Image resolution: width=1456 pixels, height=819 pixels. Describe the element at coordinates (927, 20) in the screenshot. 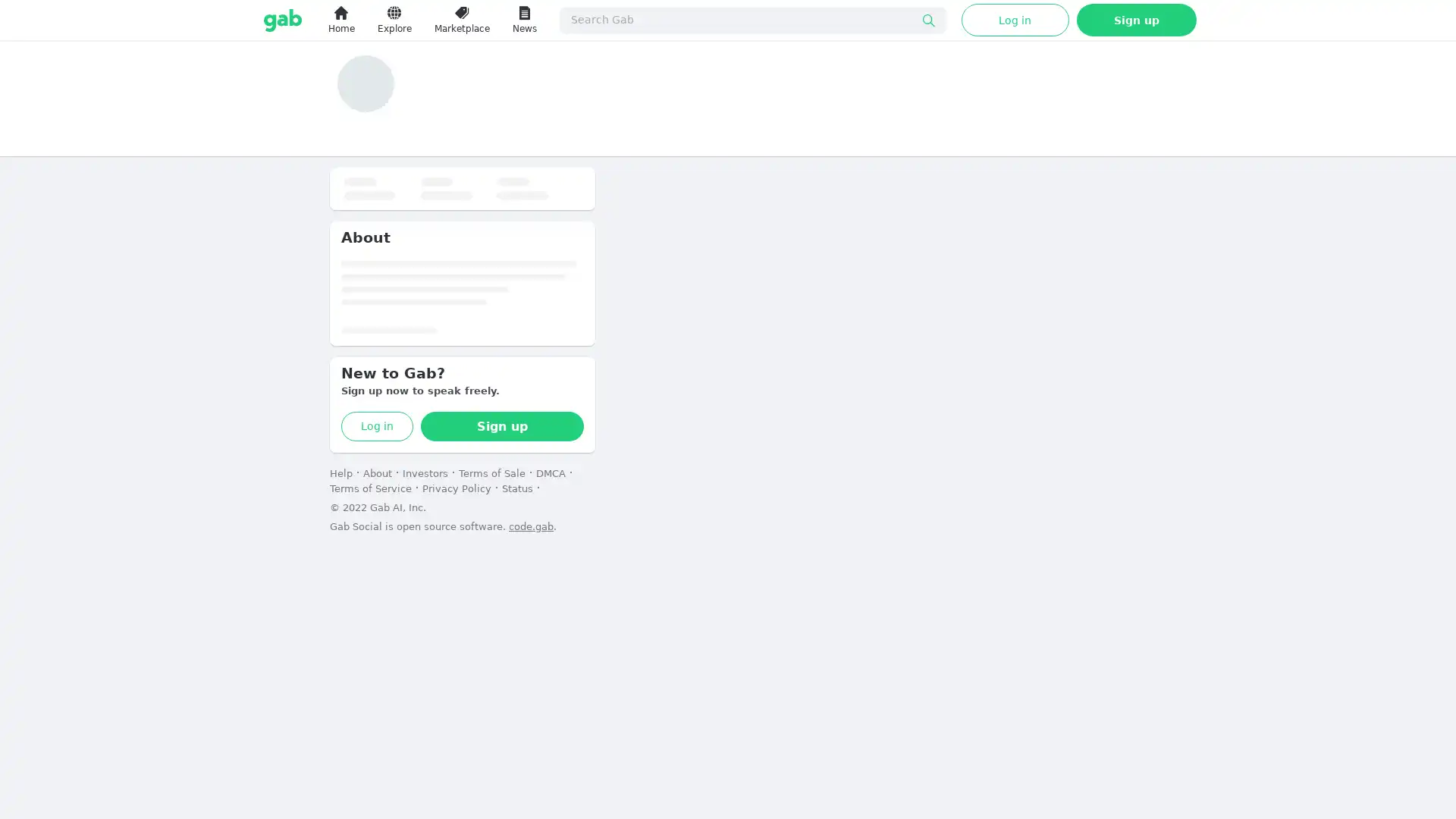

I see `Submit search` at that location.